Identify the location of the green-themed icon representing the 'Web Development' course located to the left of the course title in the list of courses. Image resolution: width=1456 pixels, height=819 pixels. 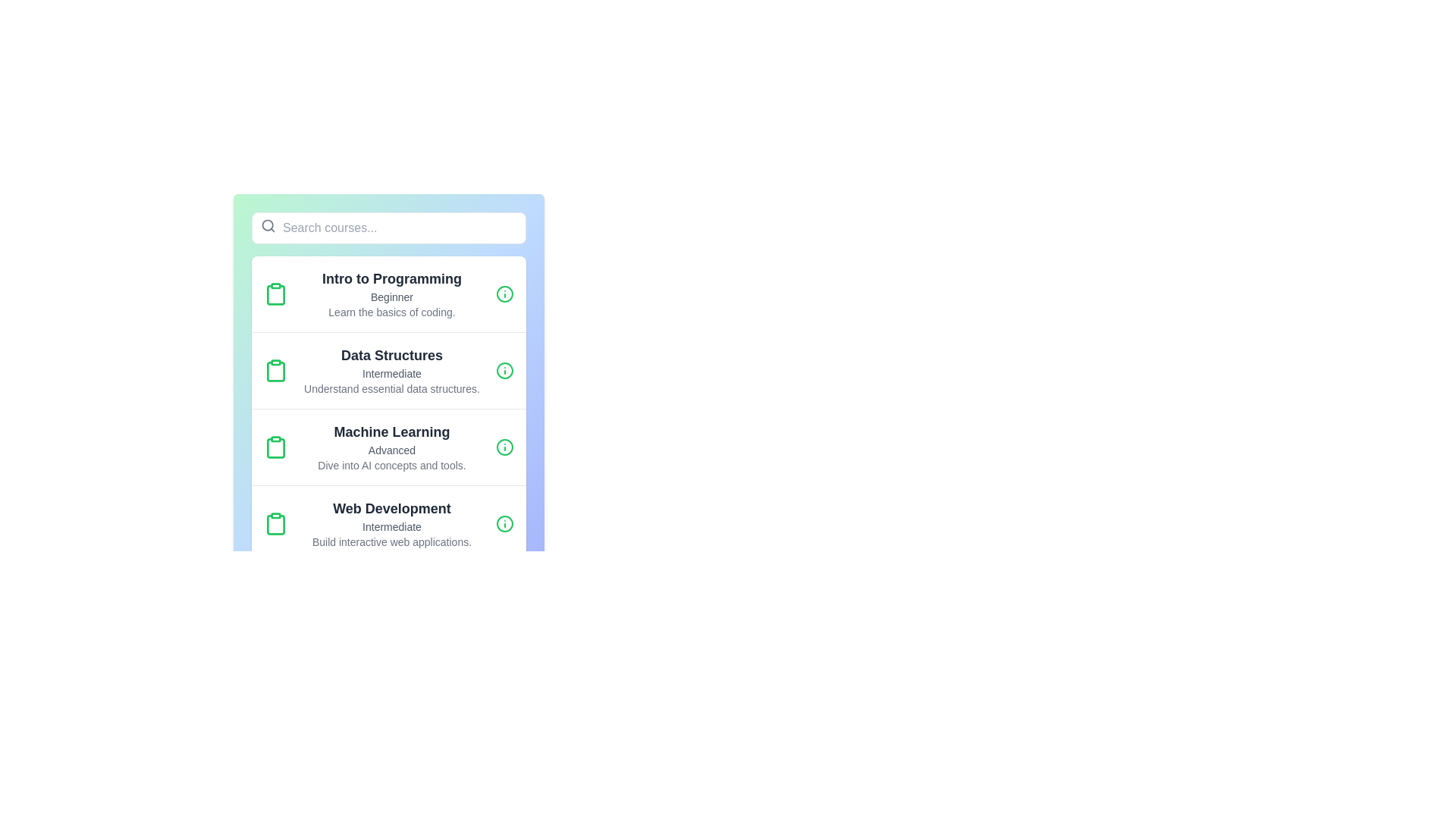
(276, 522).